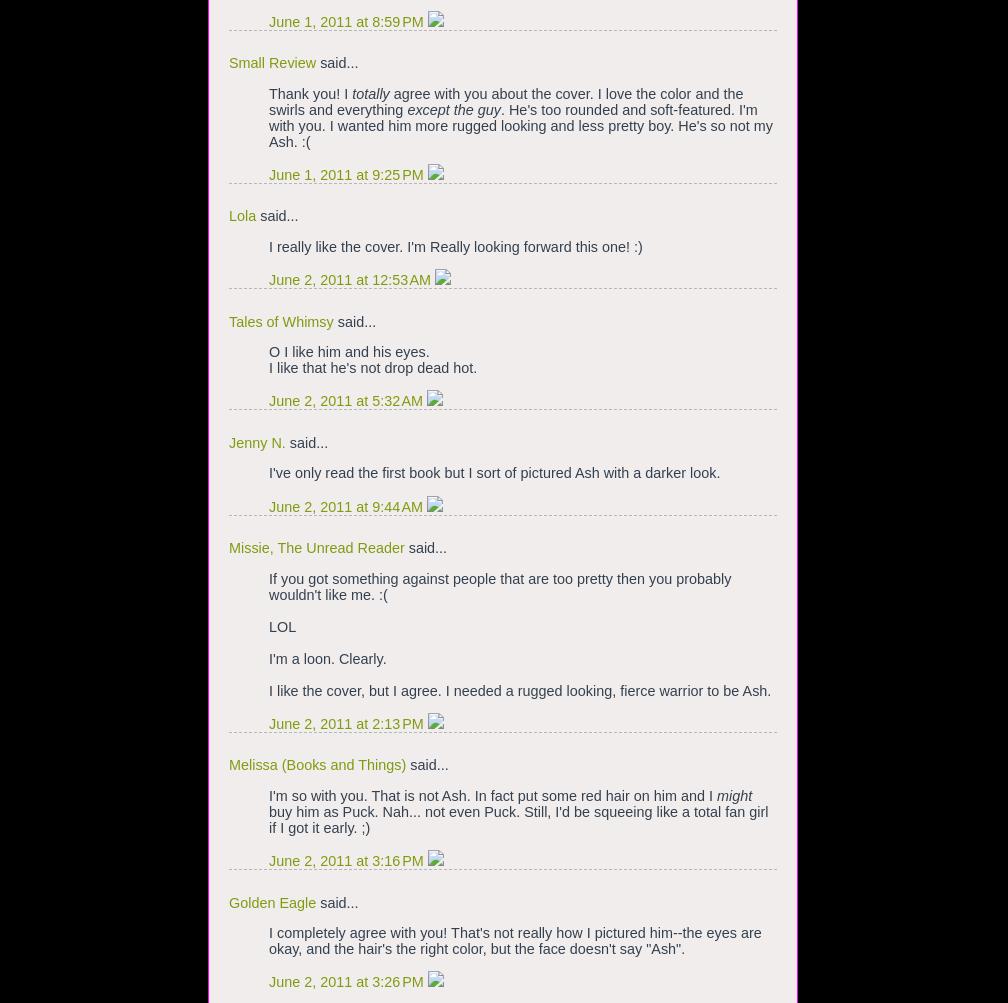 This screenshot has width=1008, height=1003. What do you see at coordinates (229, 319) in the screenshot?
I see `'Tales of Whimsy'` at bounding box center [229, 319].